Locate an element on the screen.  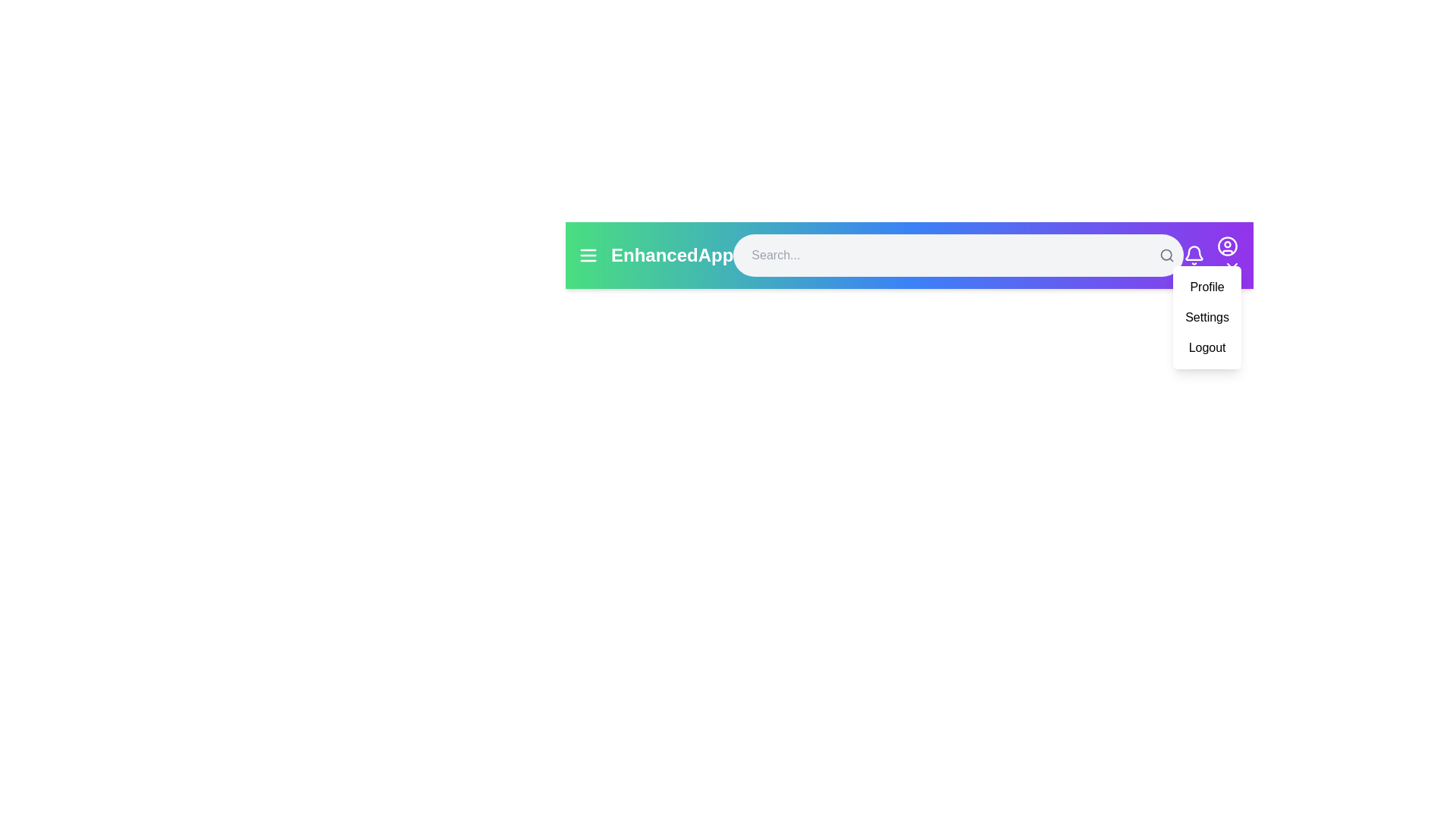
the Settings option from the user menu is located at coordinates (1207, 317).